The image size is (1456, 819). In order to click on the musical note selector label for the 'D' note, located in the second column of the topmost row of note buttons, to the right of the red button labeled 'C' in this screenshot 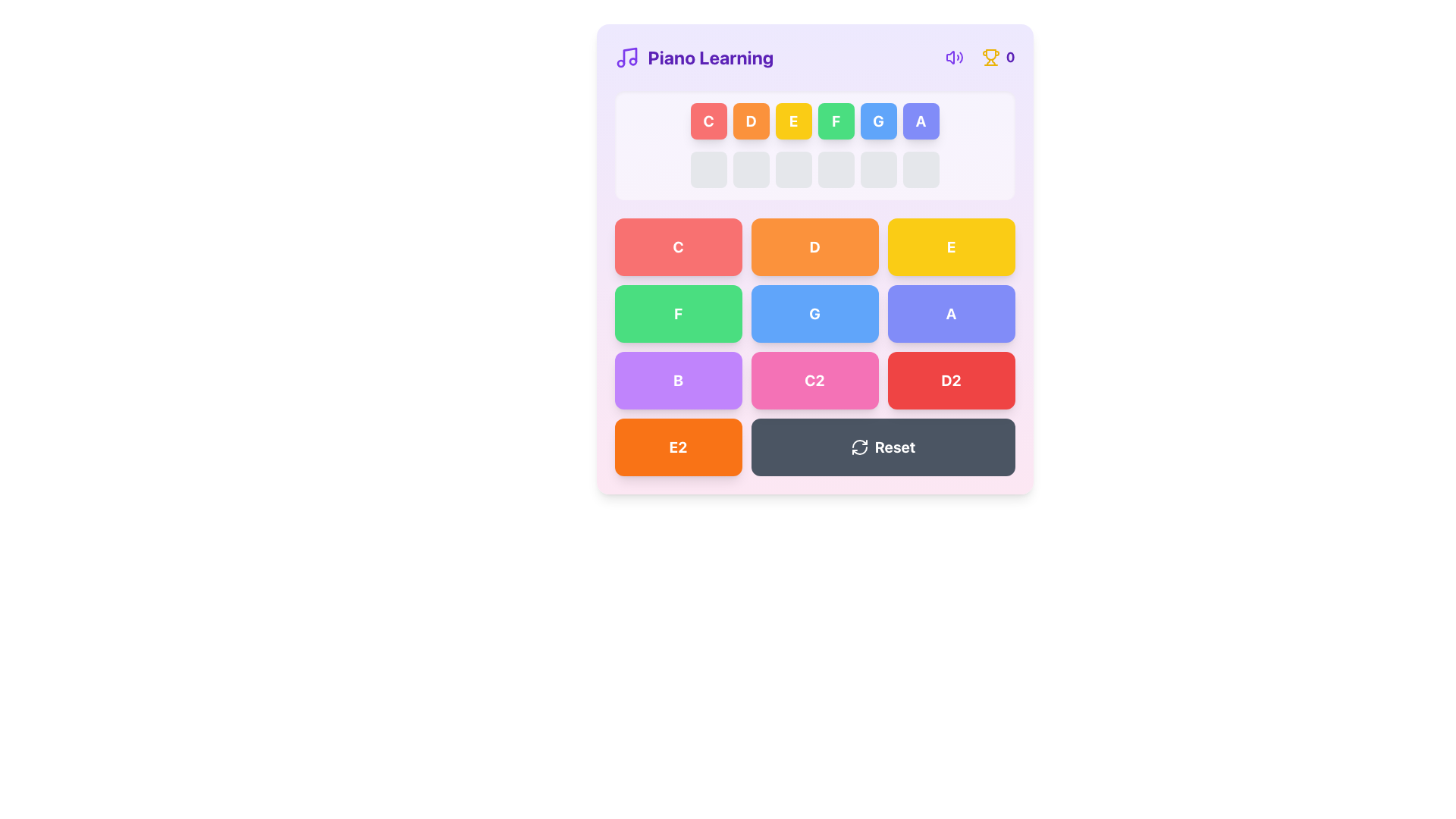, I will do `click(751, 120)`.